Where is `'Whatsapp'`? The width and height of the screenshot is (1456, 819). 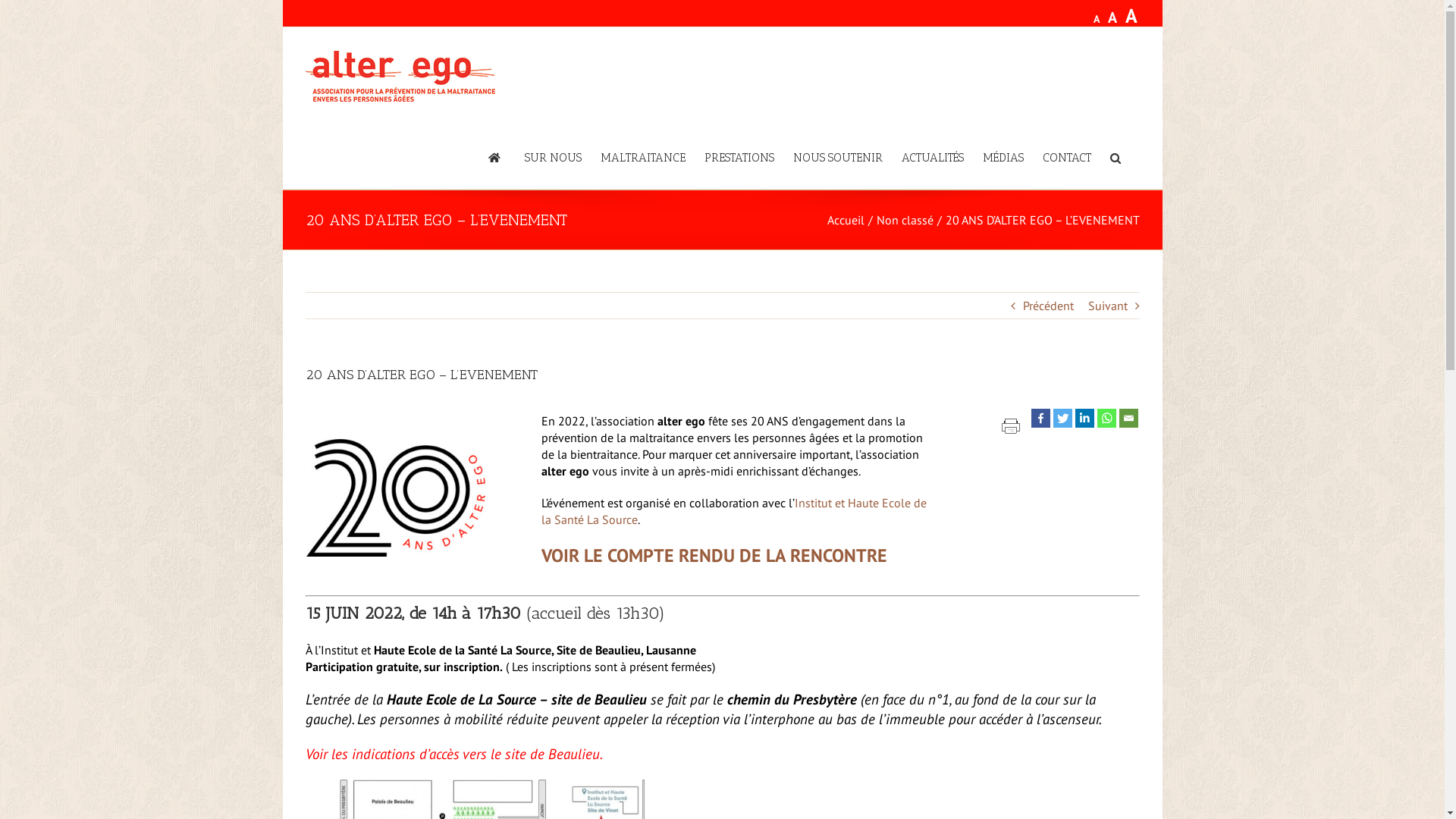
'Whatsapp' is located at coordinates (1106, 418).